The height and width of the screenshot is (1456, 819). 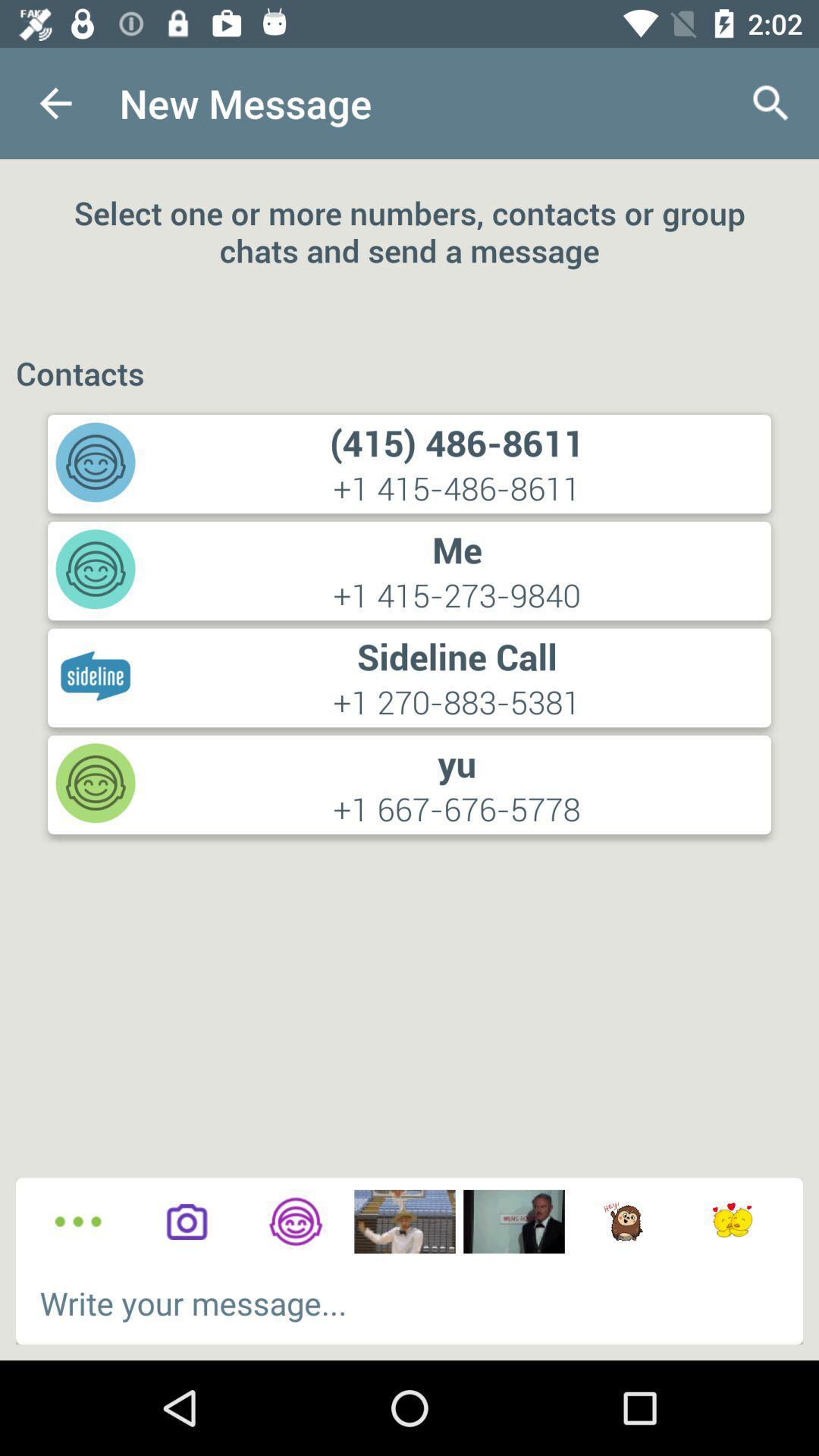 I want to click on to see other options, so click(x=78, y=1222).